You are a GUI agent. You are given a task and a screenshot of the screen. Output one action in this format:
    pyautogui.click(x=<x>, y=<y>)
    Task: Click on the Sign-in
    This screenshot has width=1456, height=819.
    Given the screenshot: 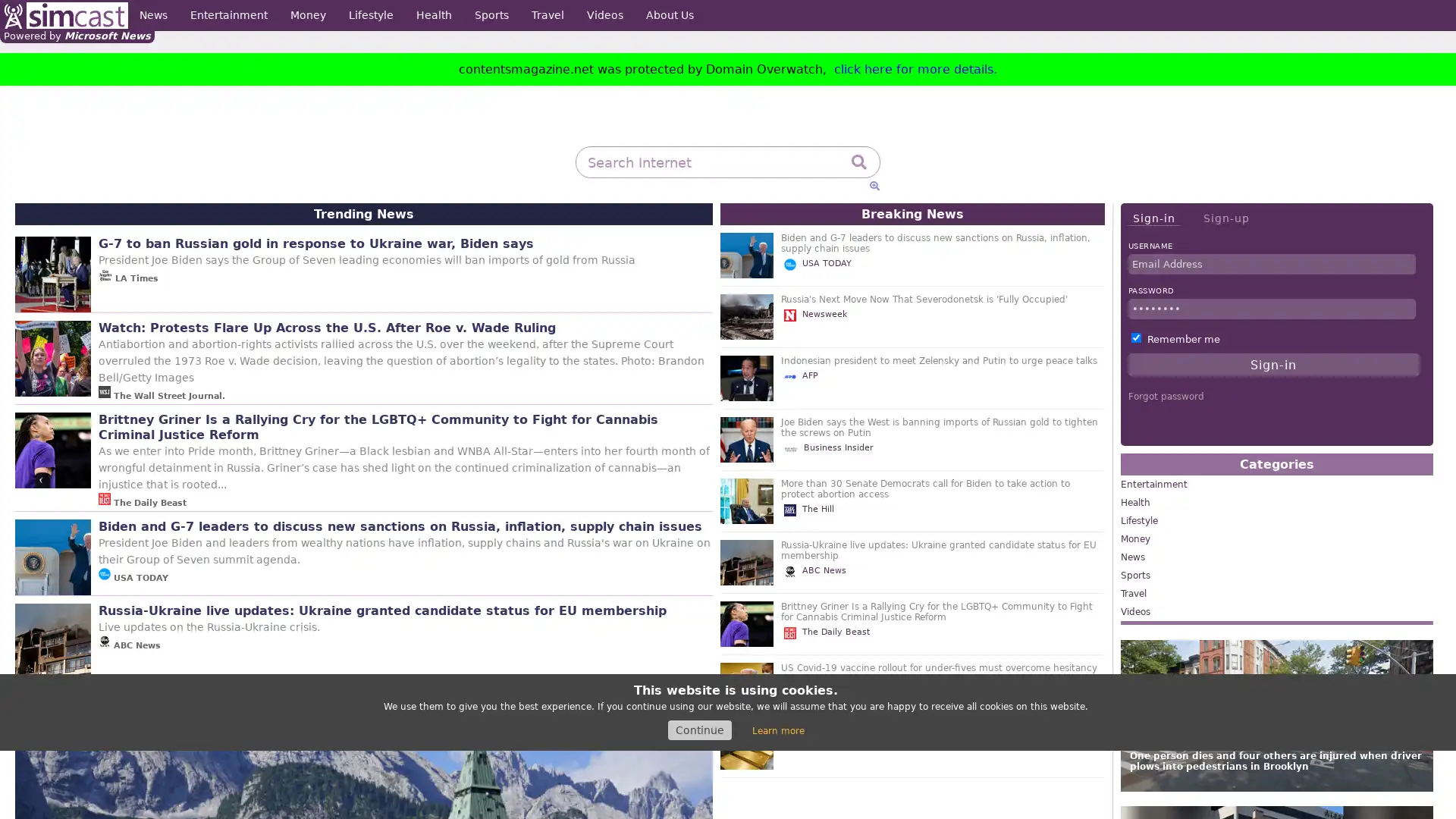 What is the action you would take?
    pyautogui.click(x=1273, y=365)
    